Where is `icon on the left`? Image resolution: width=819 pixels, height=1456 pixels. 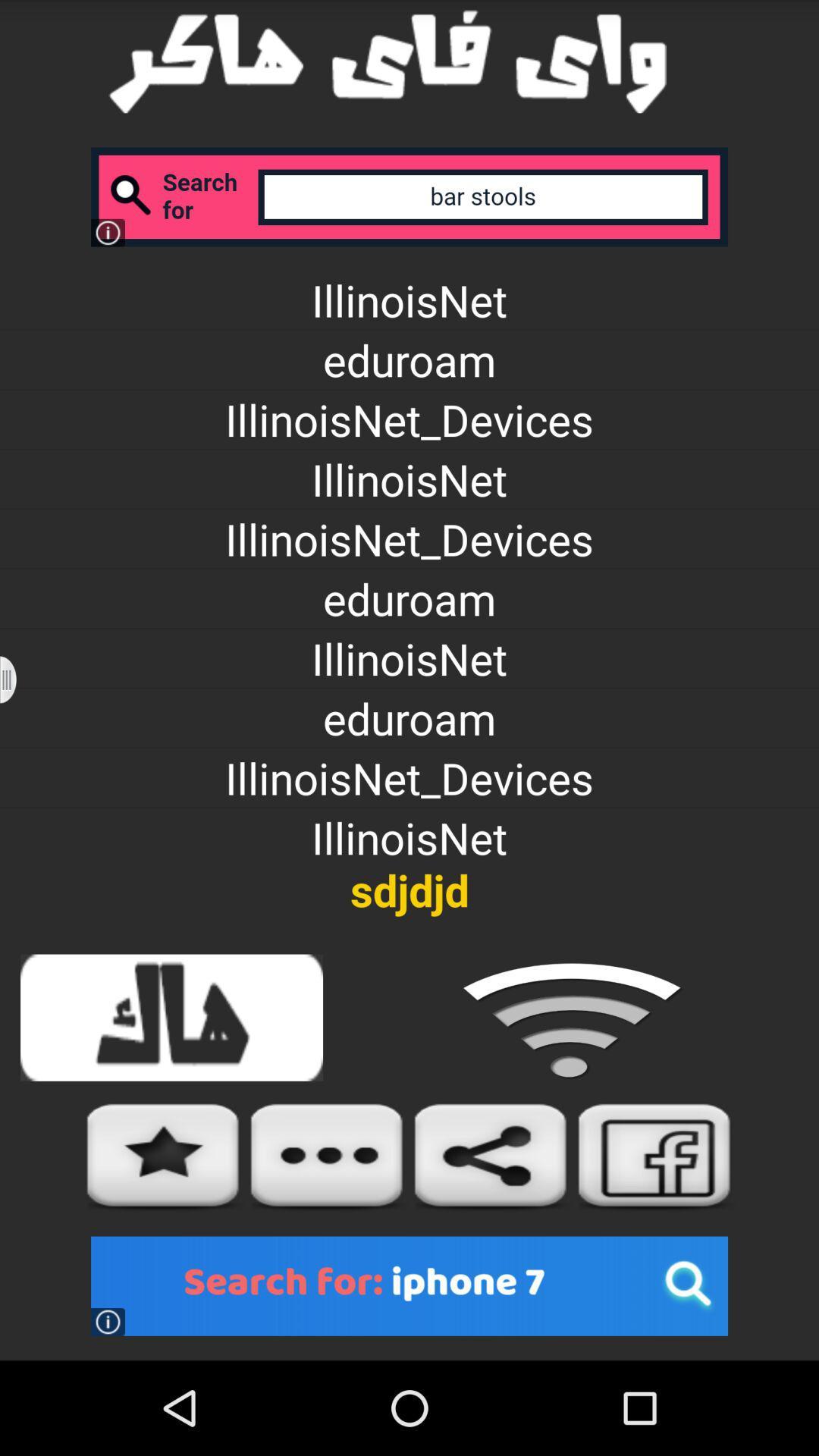 icon on the left is located at coordinates (17, 679).